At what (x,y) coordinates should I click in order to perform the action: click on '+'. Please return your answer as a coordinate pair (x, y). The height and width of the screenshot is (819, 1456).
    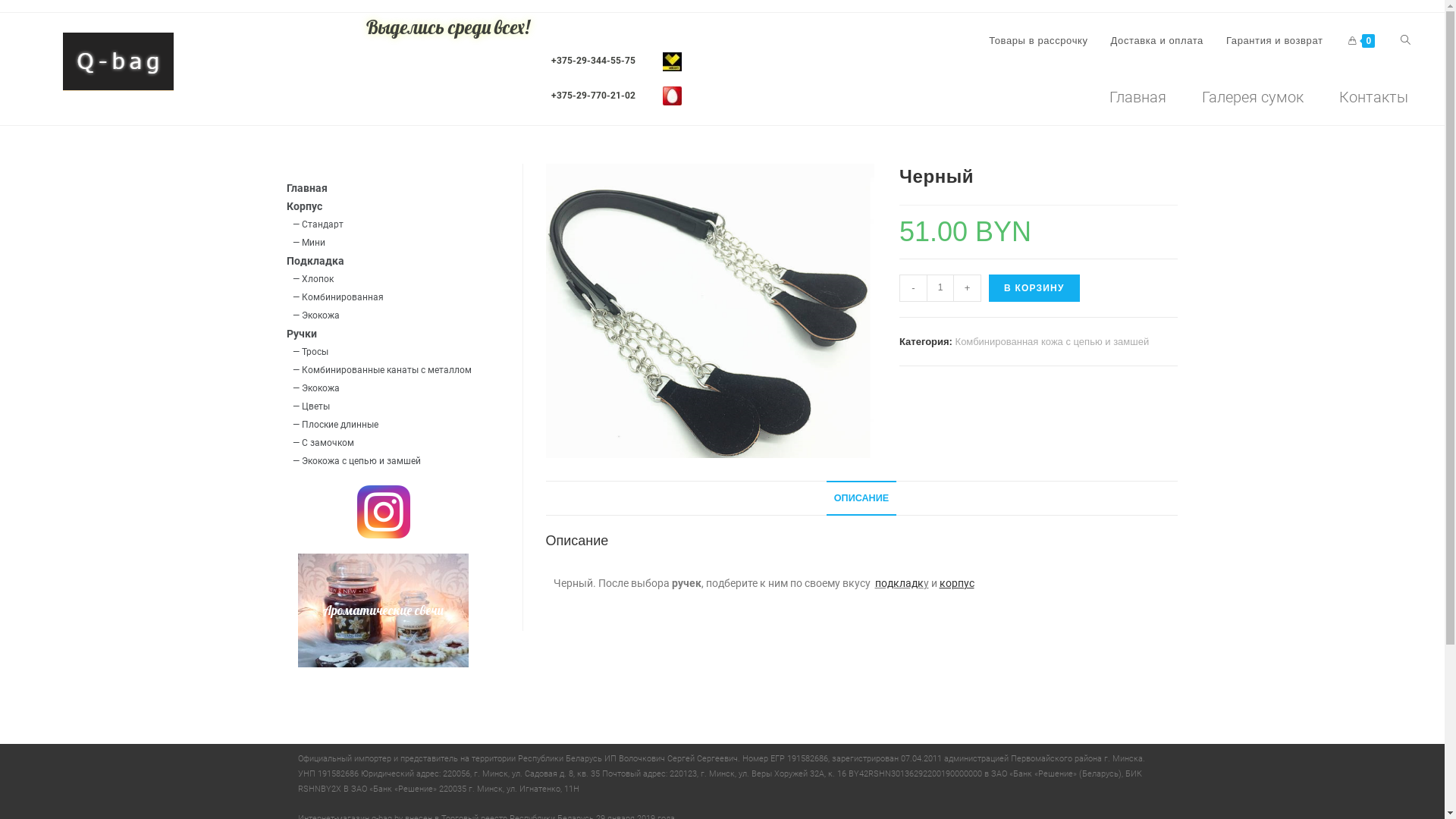
    Looking at the image, I should click on (967, 288).